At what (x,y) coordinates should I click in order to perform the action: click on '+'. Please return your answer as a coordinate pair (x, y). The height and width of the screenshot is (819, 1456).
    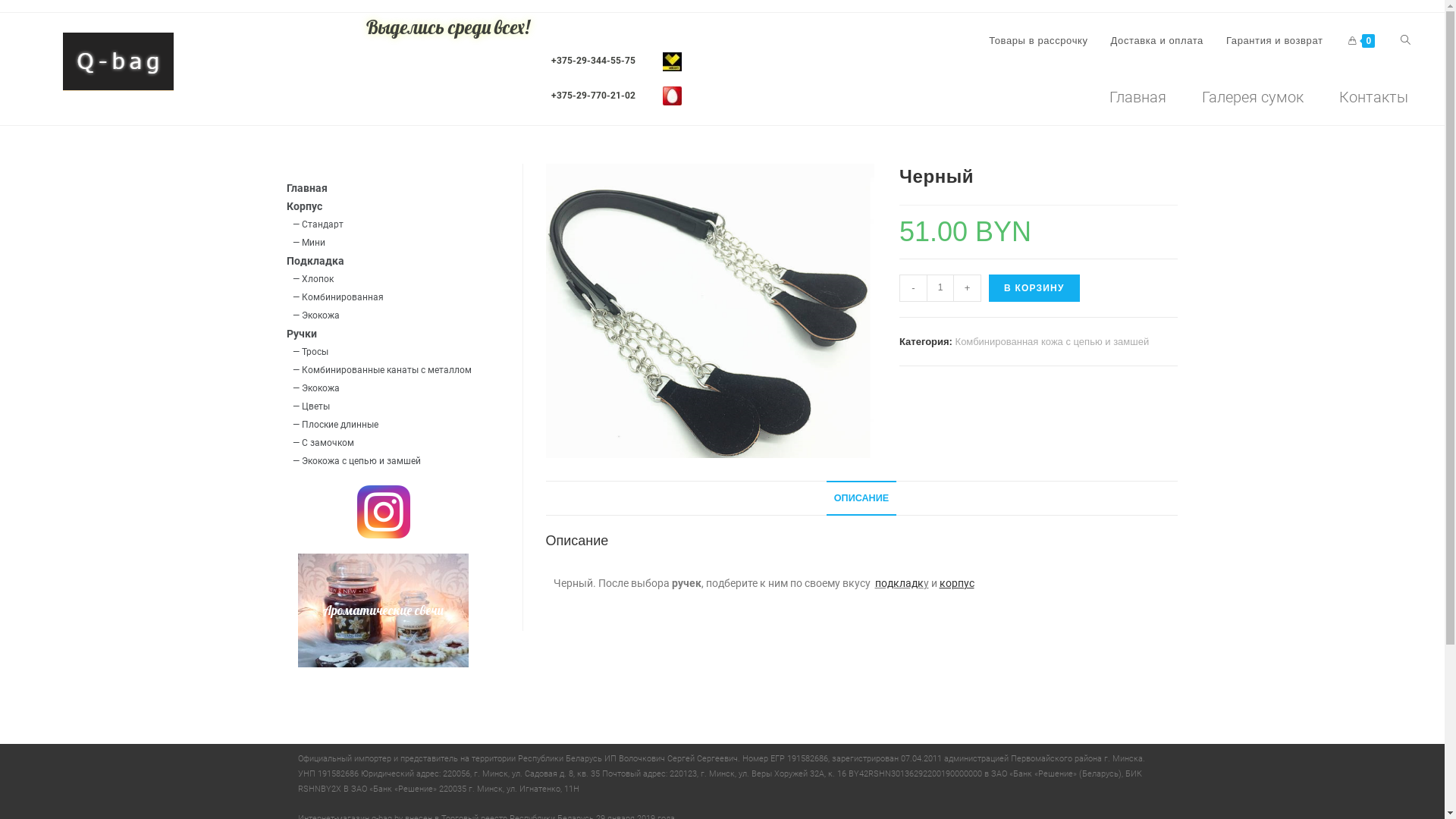
    Looking at the image, I should click on (967, 288).